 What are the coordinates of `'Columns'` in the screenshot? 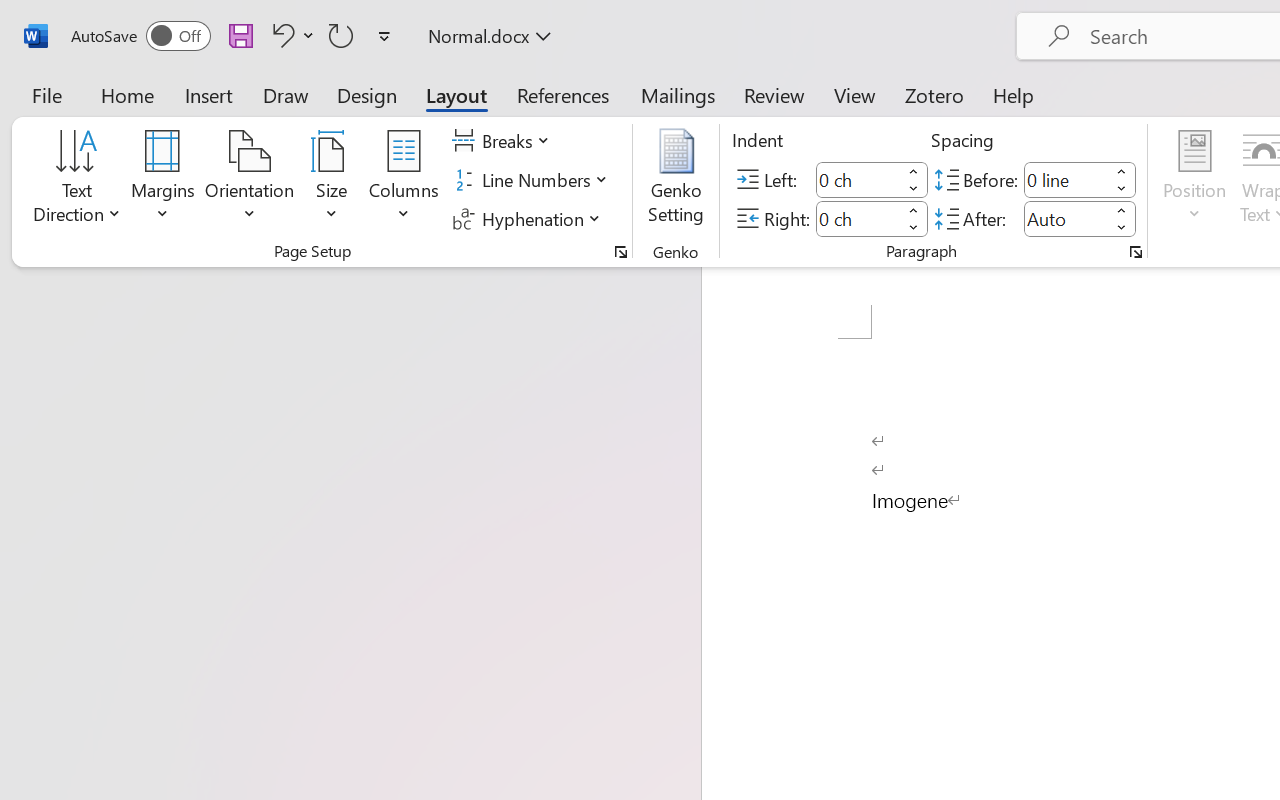 It's located at (403, 179).